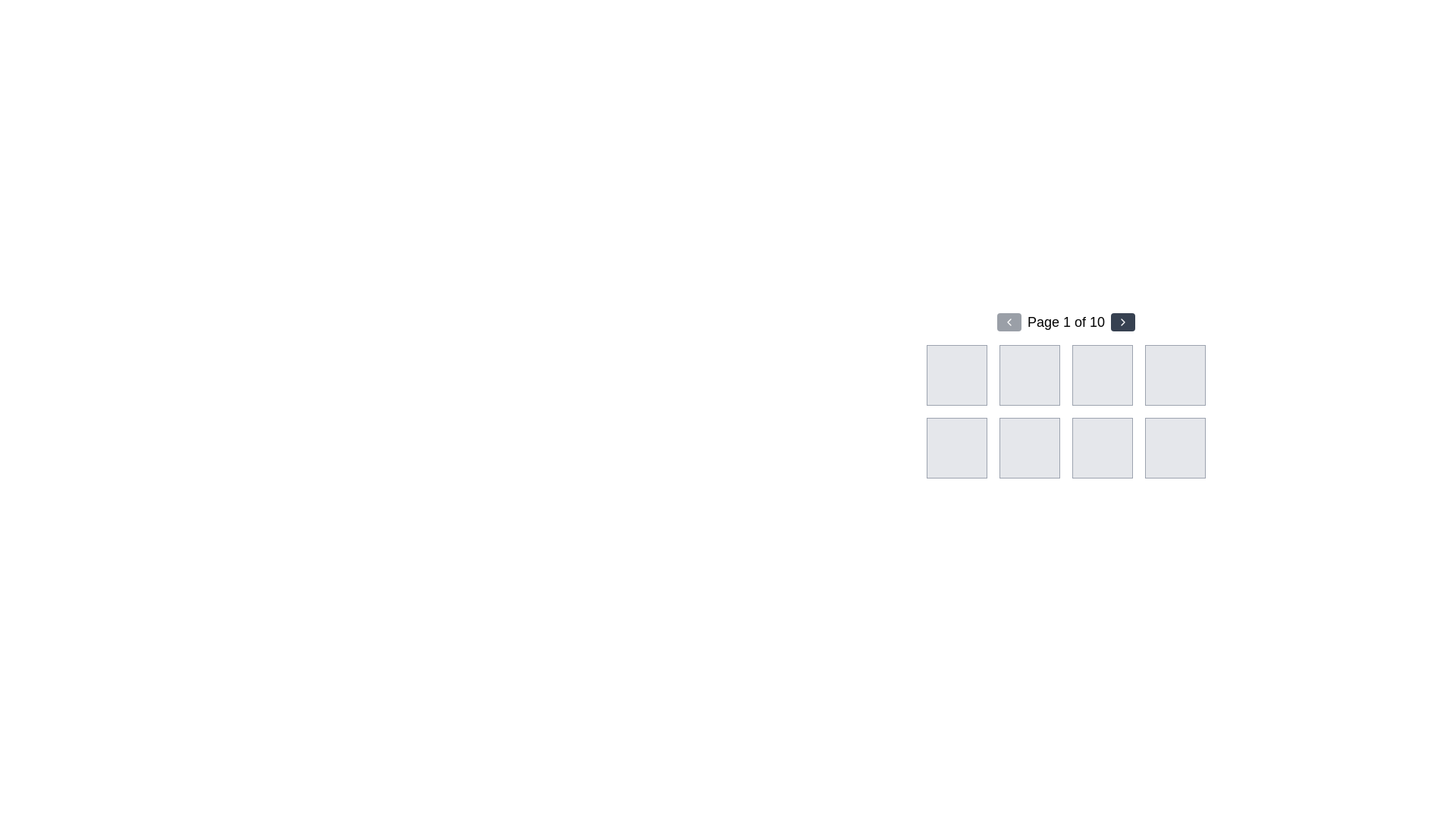  I want to click on the square tile with a light gray background and medium gray border located in the first column of the second row in a 4x2 grid layout, so click(956, 447).